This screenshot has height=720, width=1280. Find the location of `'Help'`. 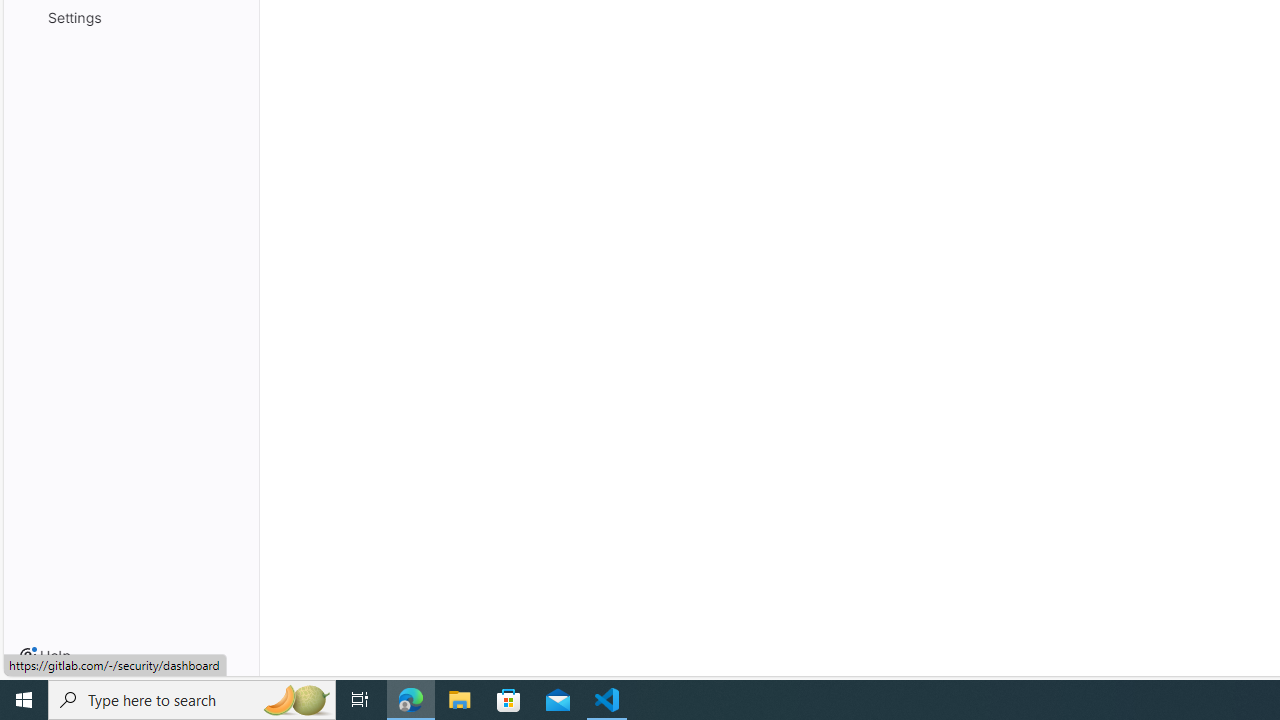

'Help' is located at coordinates (45, 655).